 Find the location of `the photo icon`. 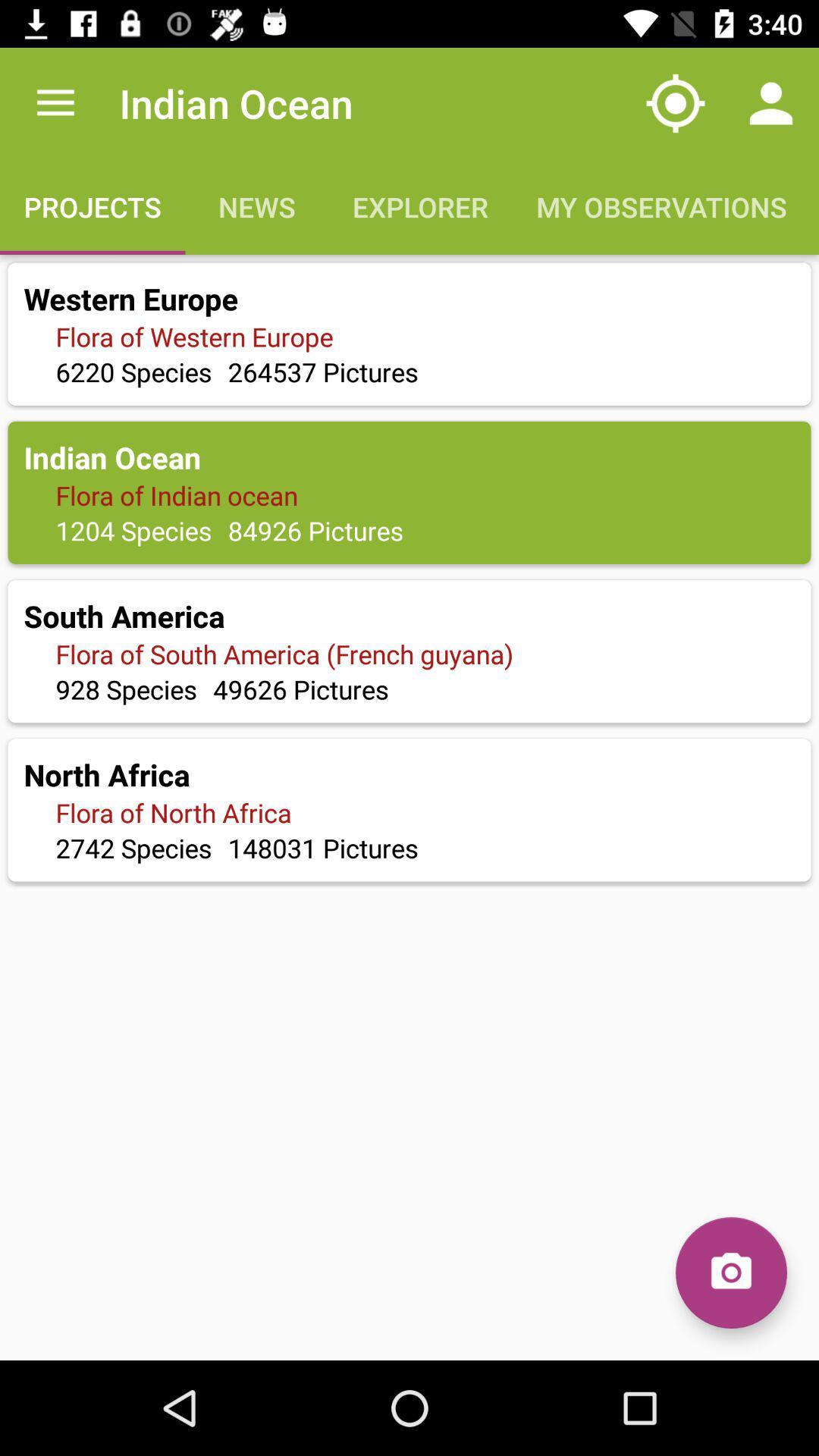

the photo icon is located at coordinates (730, 1272).